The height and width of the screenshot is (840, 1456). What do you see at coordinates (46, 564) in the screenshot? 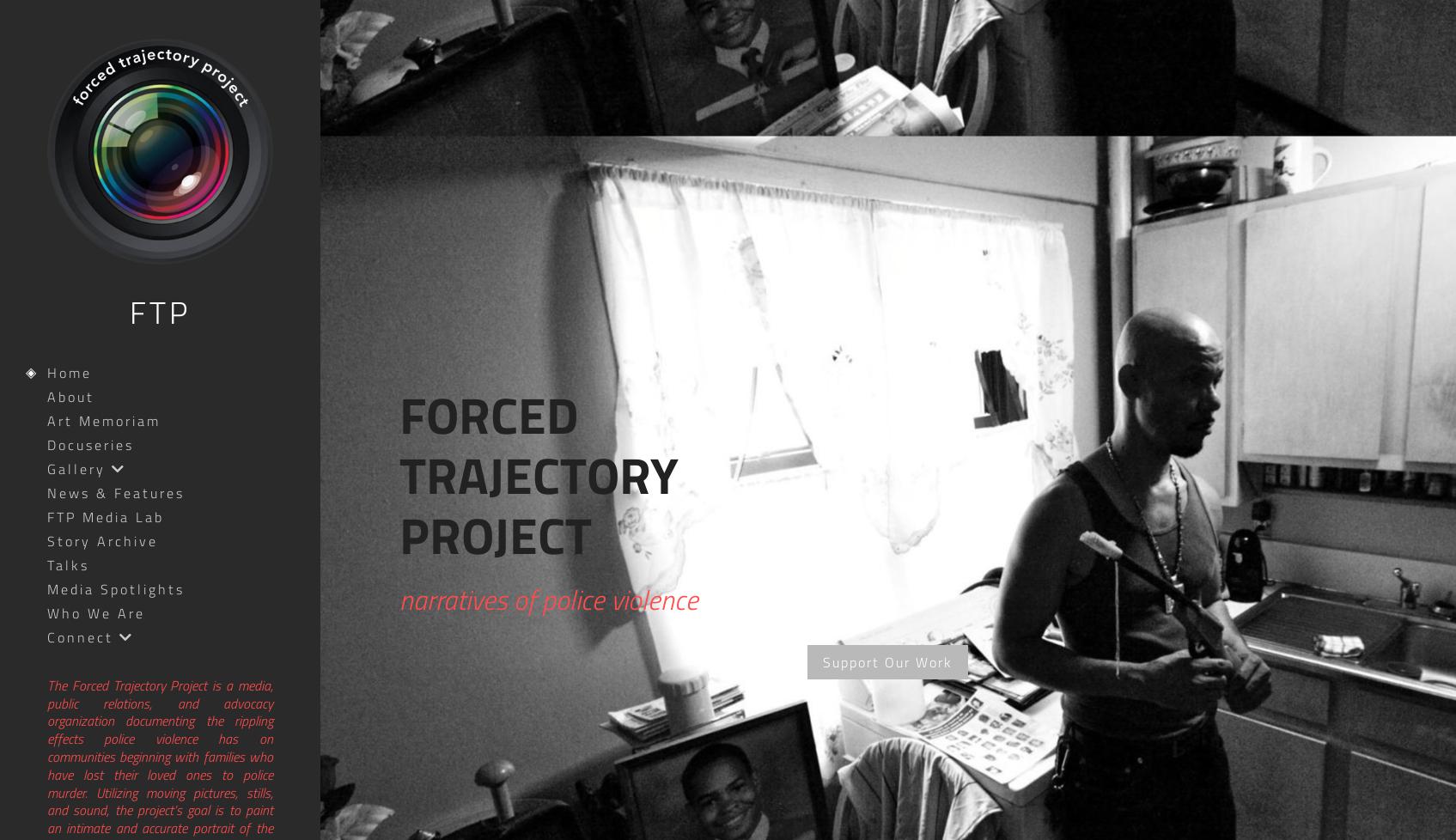
I see `'Talks'` at bounding box center [46, 564].